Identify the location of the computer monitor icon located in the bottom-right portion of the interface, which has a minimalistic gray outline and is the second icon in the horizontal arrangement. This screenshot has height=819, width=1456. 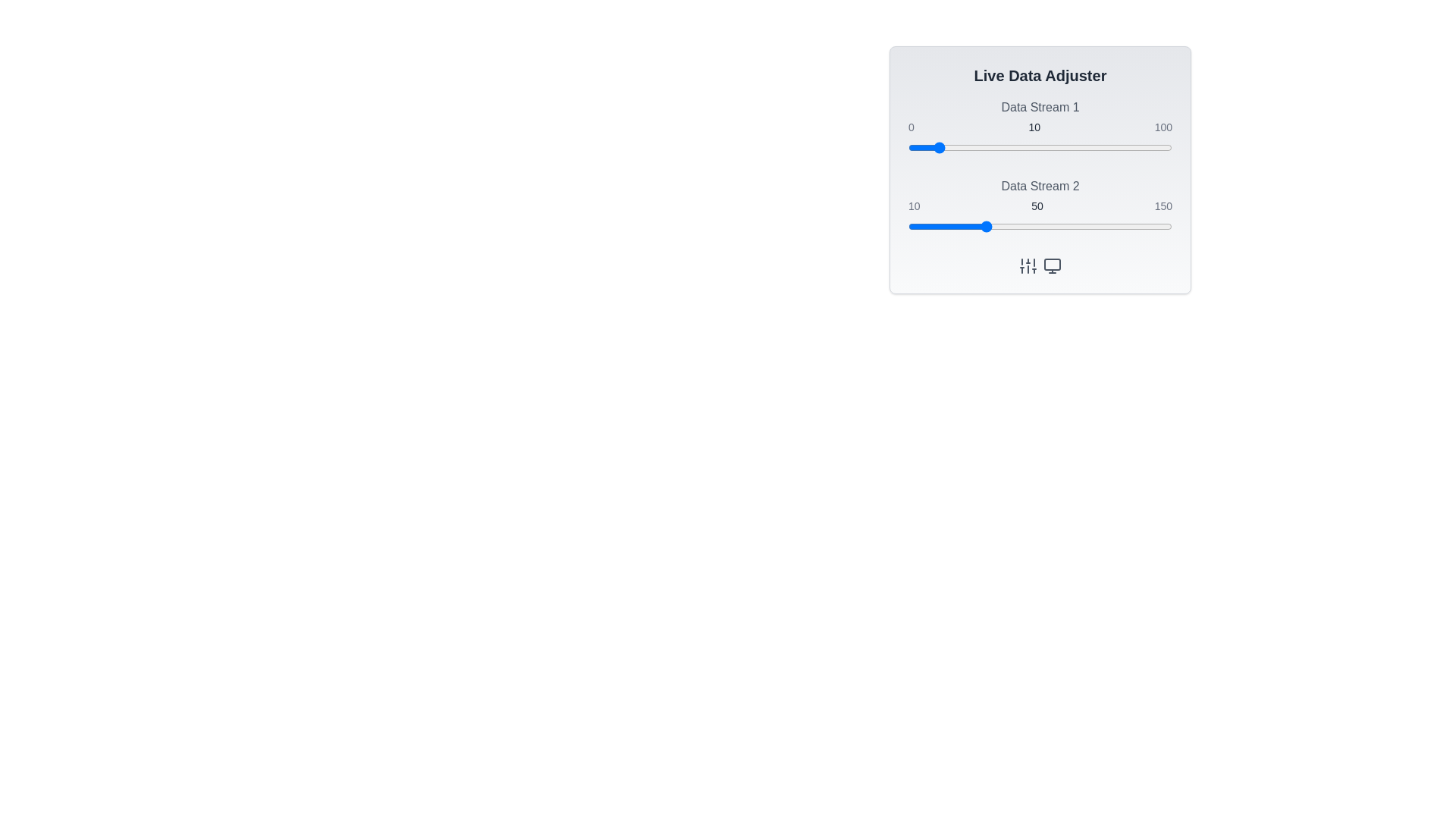
(1051, 265).